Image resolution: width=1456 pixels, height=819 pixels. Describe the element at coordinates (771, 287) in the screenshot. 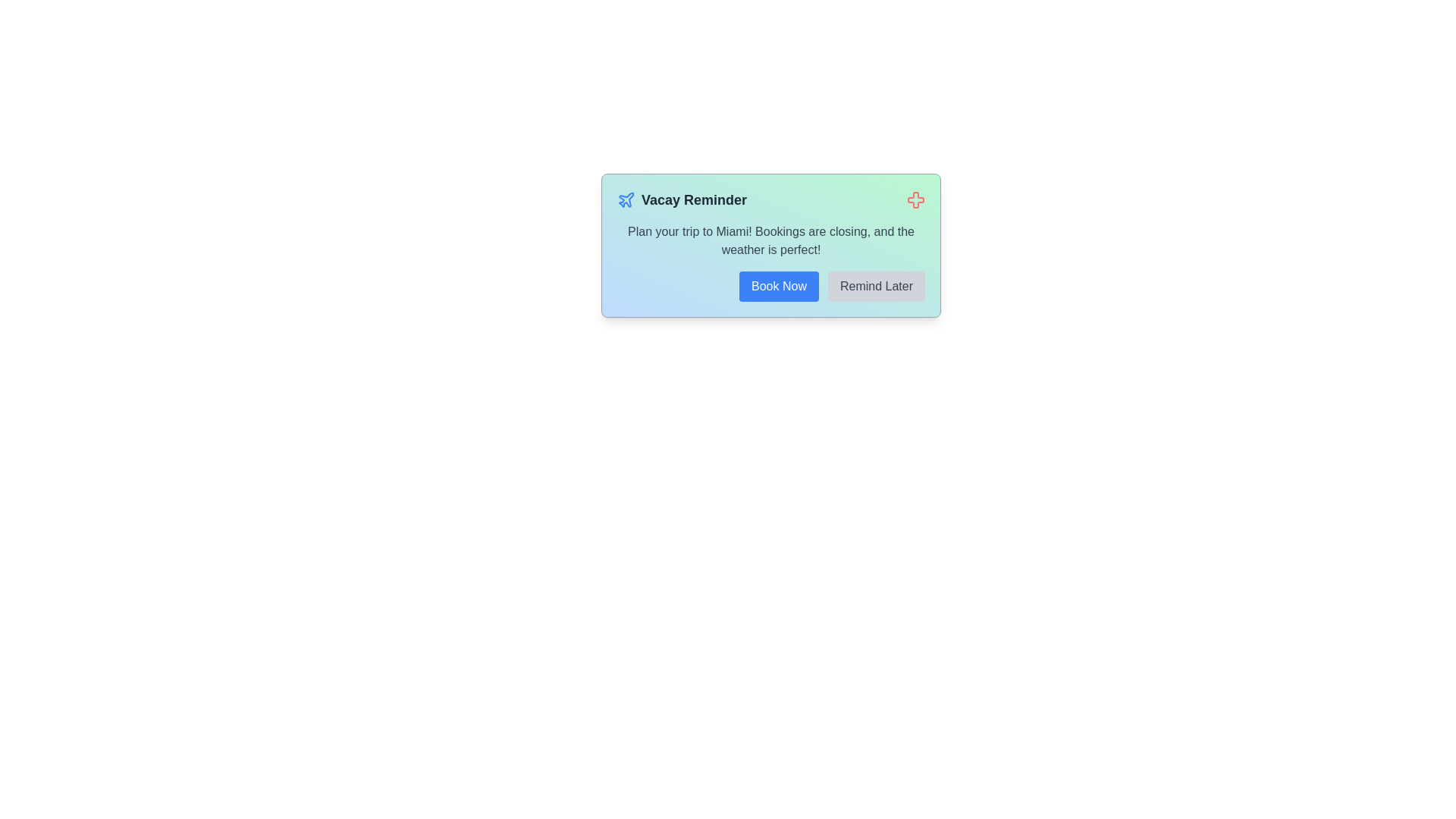

I see `the 'Book Now' button located in the lower section of the card component, below the text 'Plan your trip to Miami! Bookings are closing, and the weather is perfect!'` at that location.